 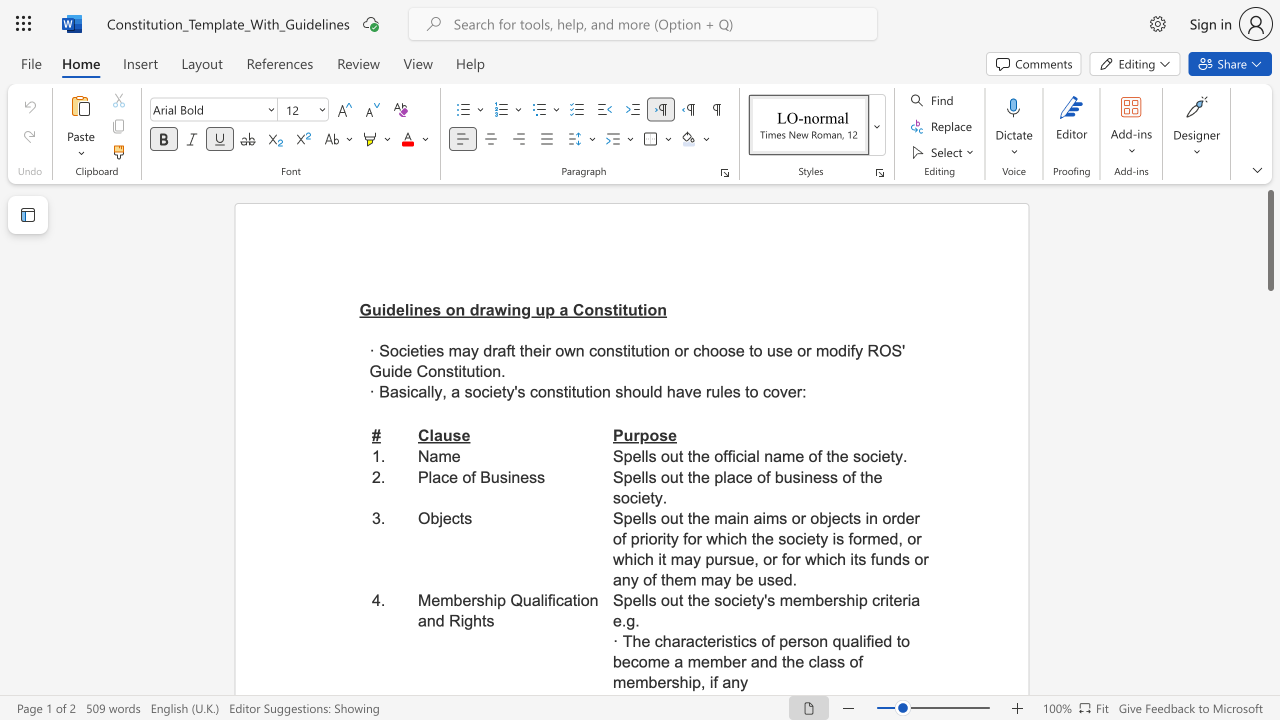 I want to click on the vertical scrollbar to lower the page content, so click(x=1269, y=560).